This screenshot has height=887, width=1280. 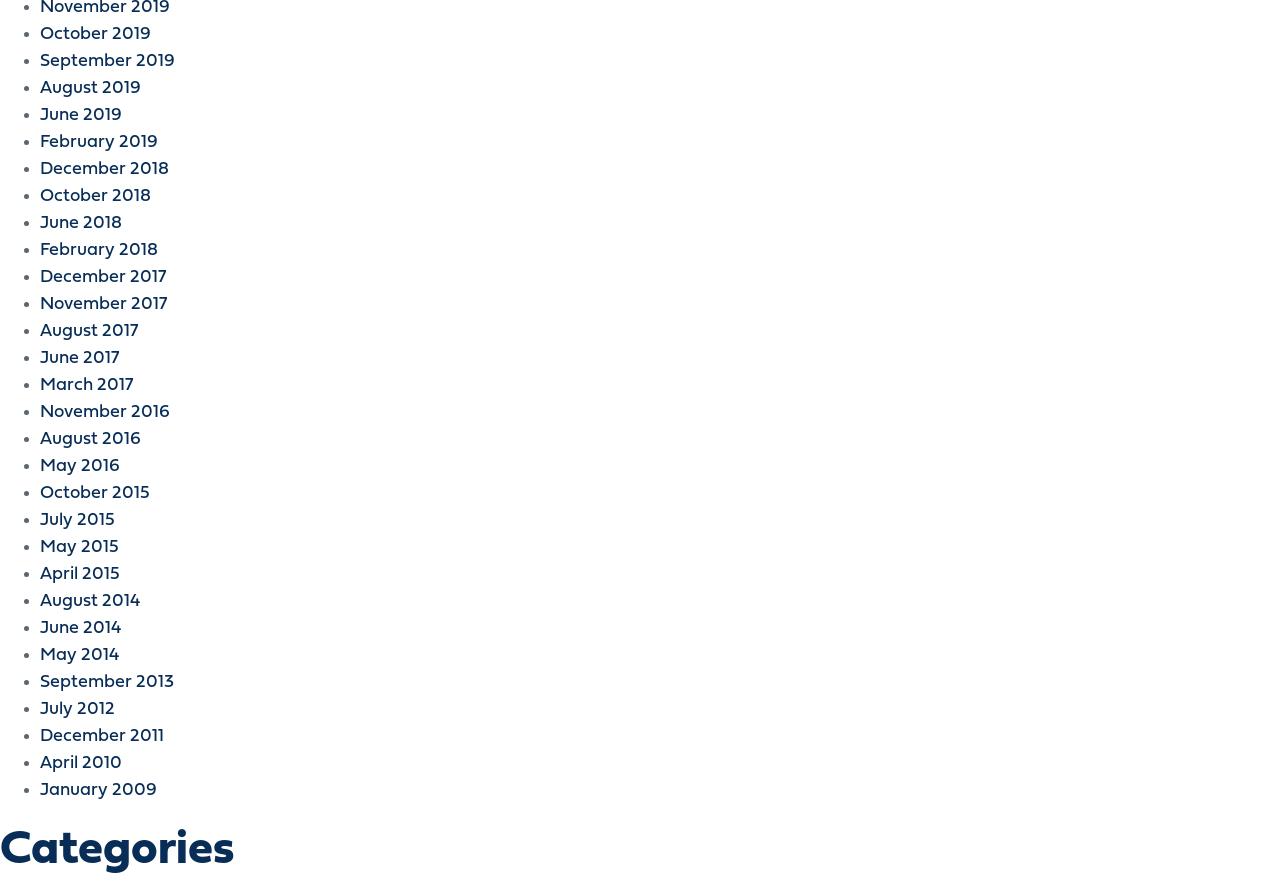 What do you see at coordinates (88, 601) in the screenshot?
I see `'August 2014'` at bounding box center [88, 601].